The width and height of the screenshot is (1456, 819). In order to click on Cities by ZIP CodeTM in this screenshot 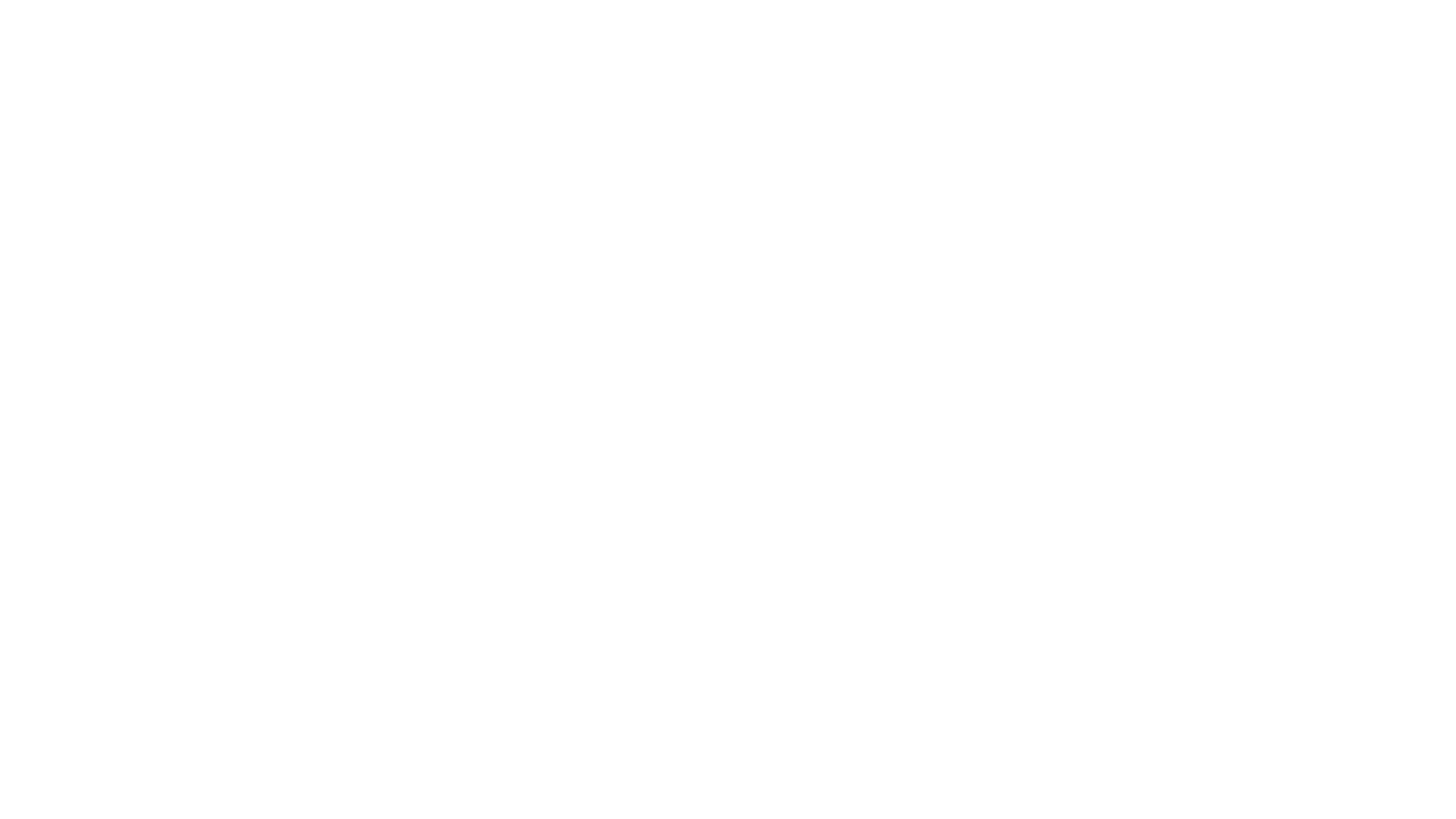, I will do `click(1015, 182)`.